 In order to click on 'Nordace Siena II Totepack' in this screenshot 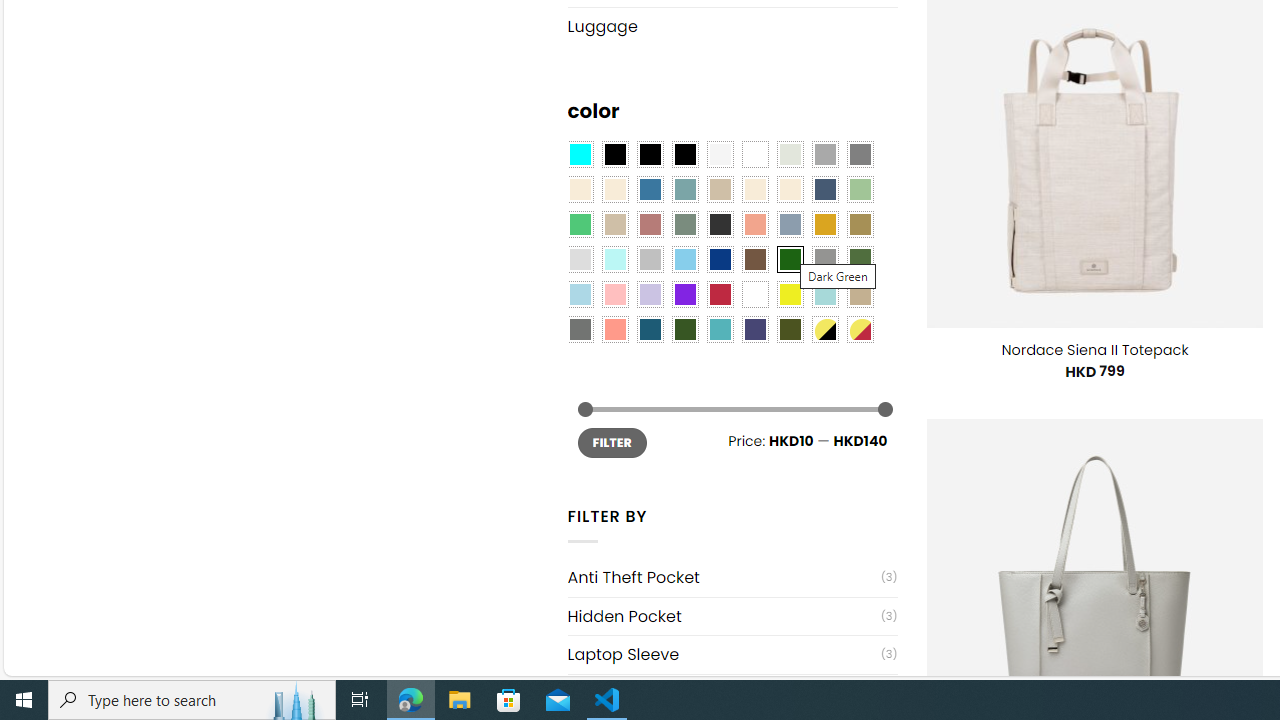, I will do `click(1094, 349)`.